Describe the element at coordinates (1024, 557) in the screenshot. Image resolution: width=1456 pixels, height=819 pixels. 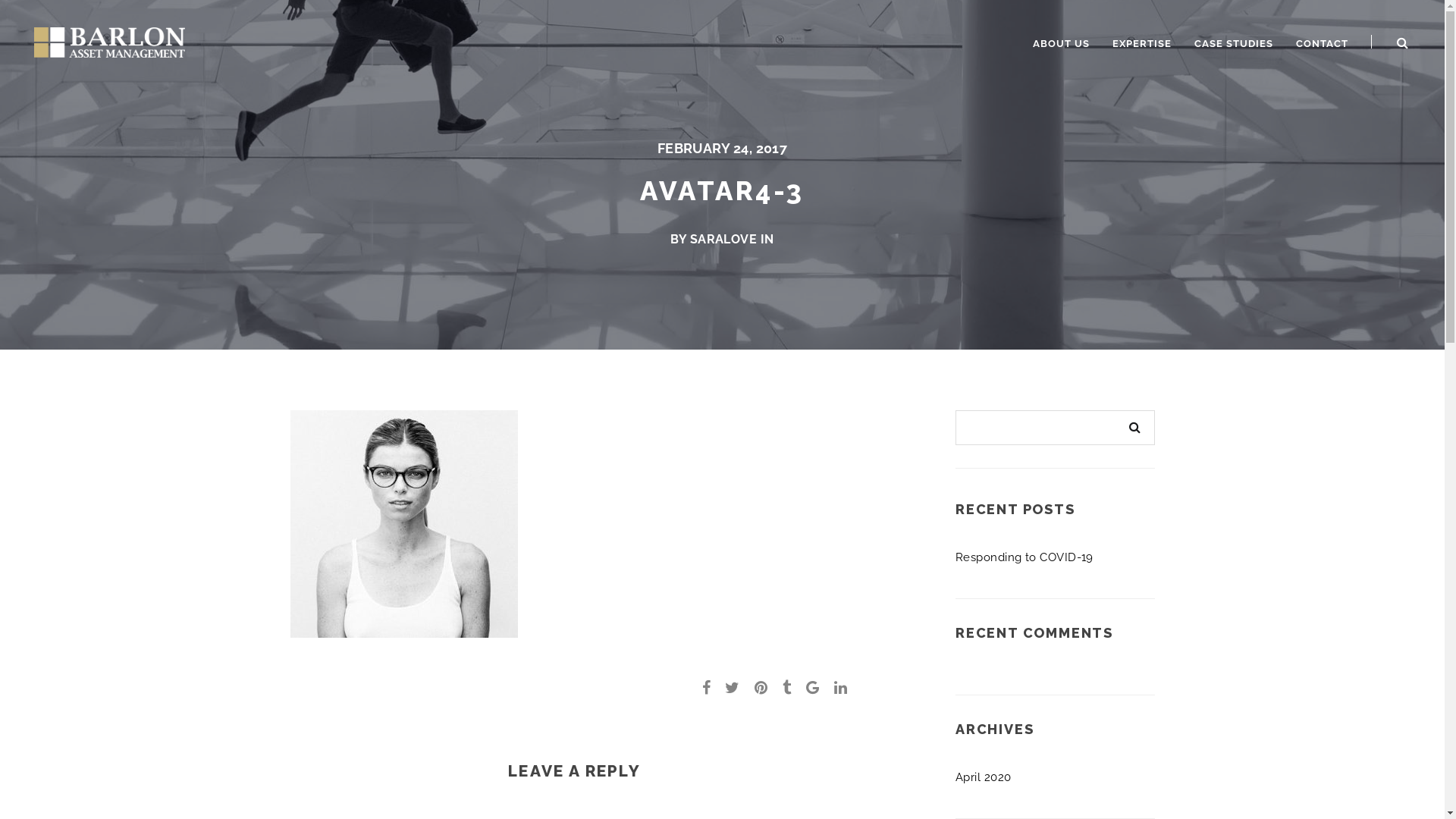
I see `'Responding to COVID-19'` at that location.